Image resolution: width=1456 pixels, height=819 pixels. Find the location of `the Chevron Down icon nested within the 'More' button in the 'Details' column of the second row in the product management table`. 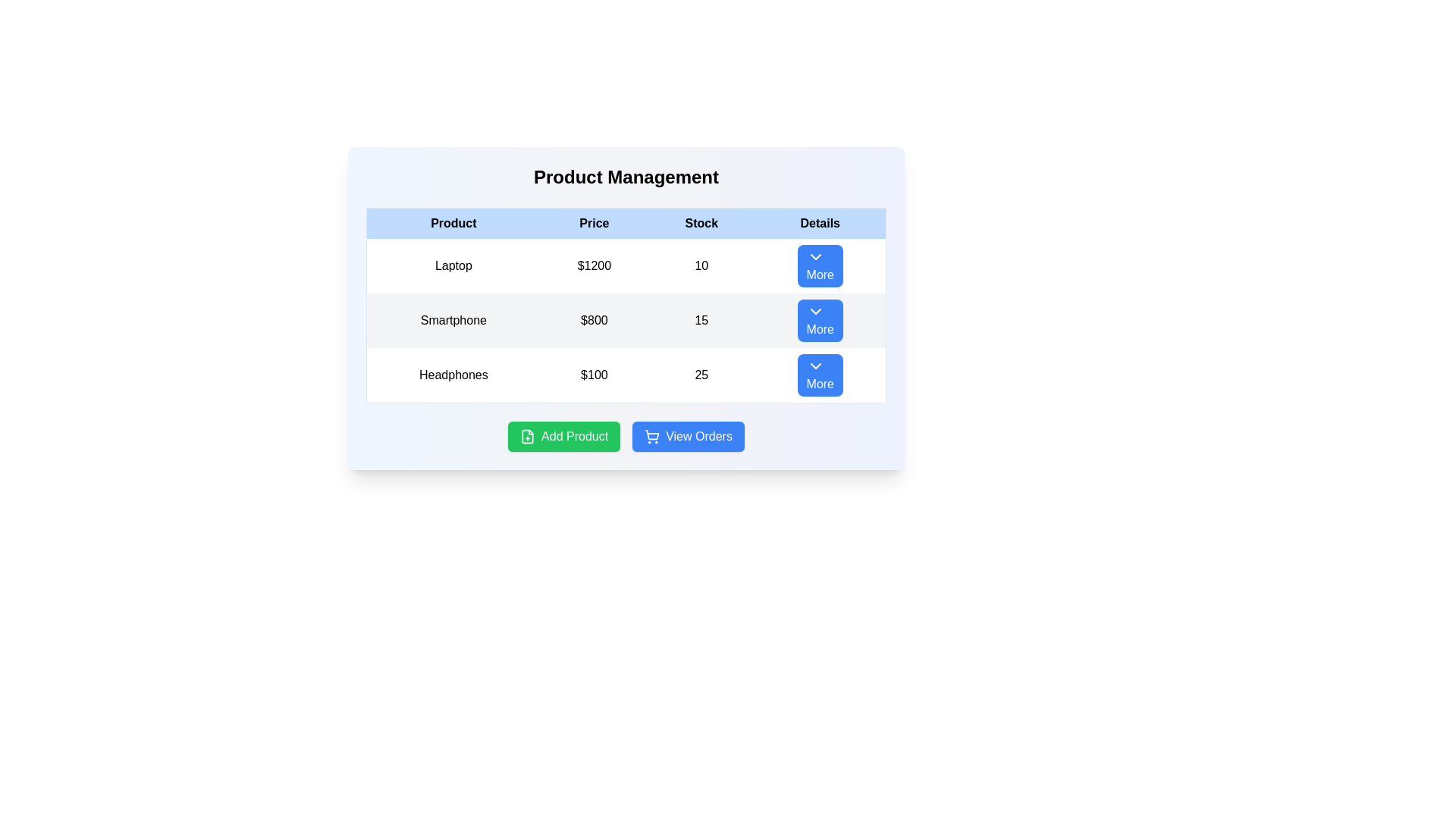

the Chevron Down icon nested within the 'More' button in the 'Details' column of the second row in the product management table is located at coordinates (814, 311).